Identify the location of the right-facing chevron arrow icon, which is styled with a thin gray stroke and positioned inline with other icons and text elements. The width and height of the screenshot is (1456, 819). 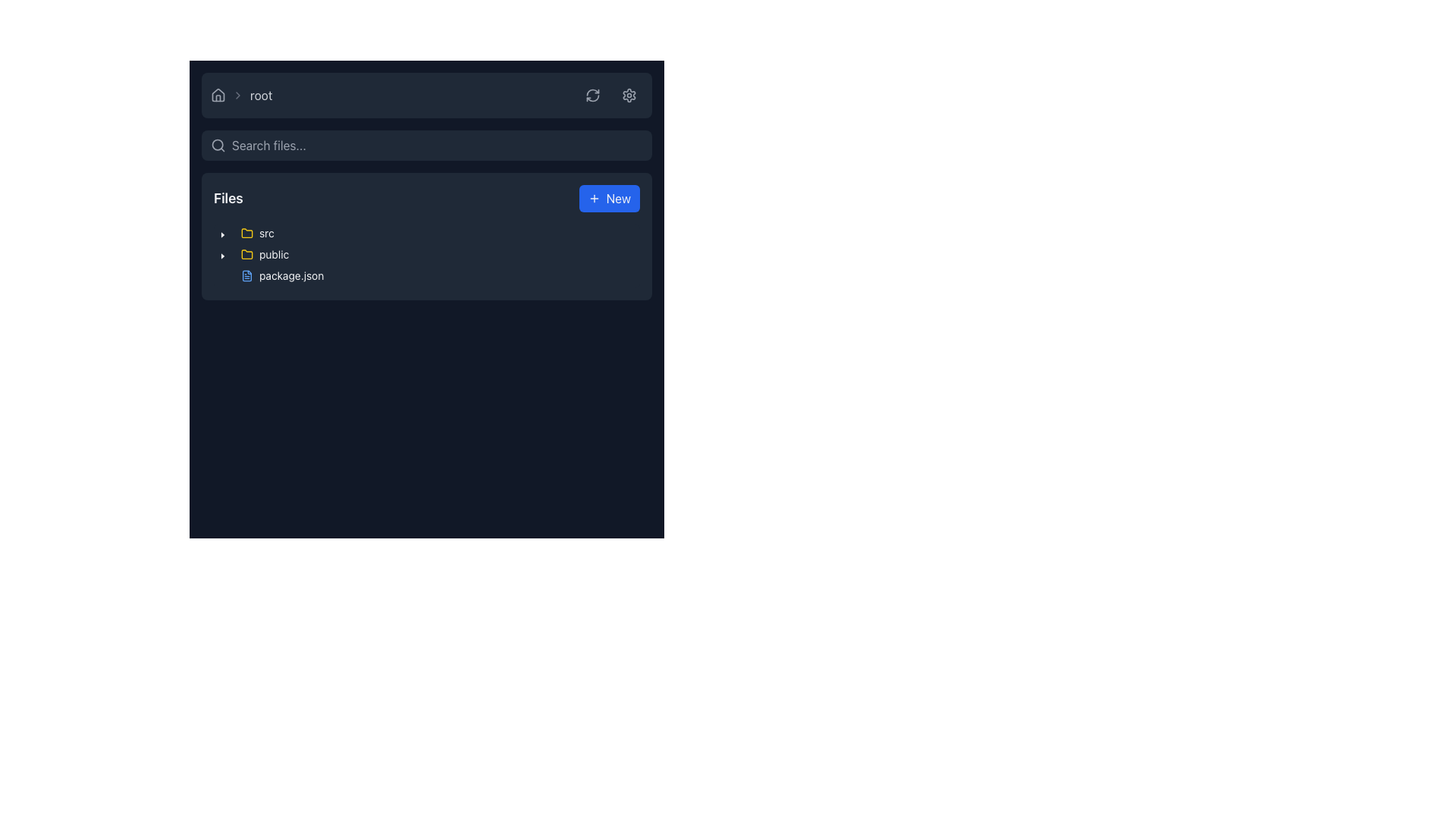
(237, 96).